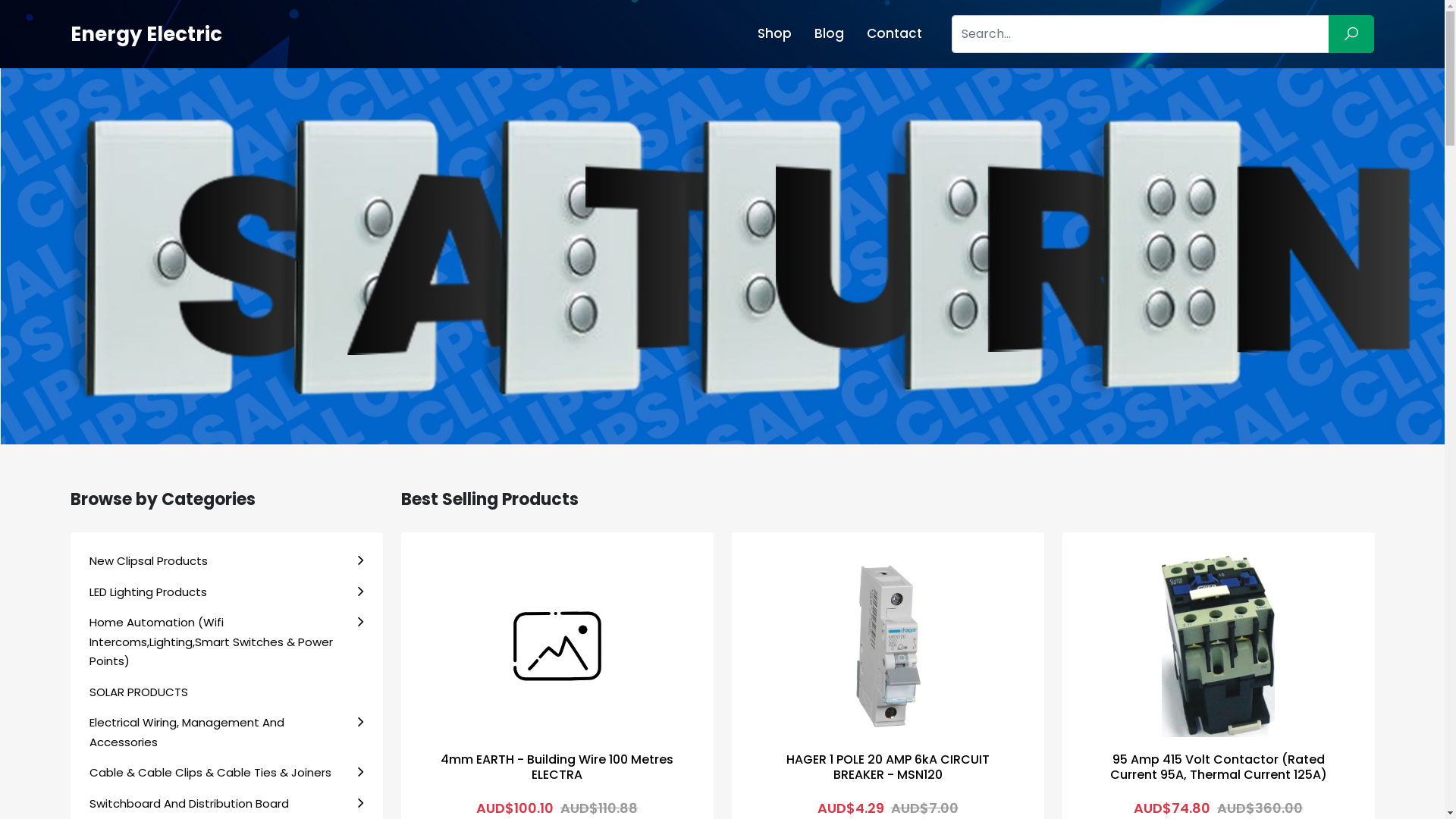 The width and height of the screenshot is (1456, 819). Describe the element at coordinates (225, 803) in the screenshot. I see `'Switchboard And Distribution Board'` at that location.